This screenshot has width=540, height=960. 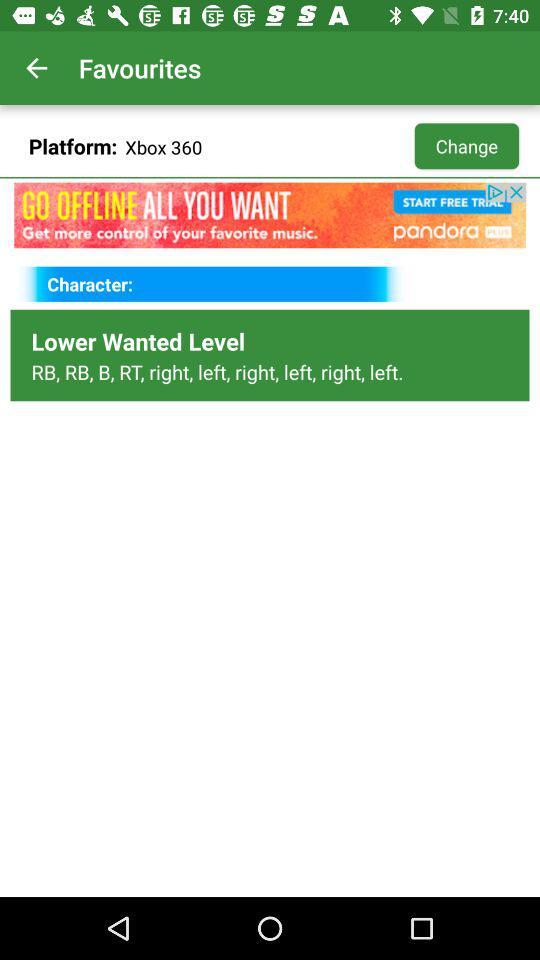 I want to click on in app advertisement space, so click(x=270, y=215).